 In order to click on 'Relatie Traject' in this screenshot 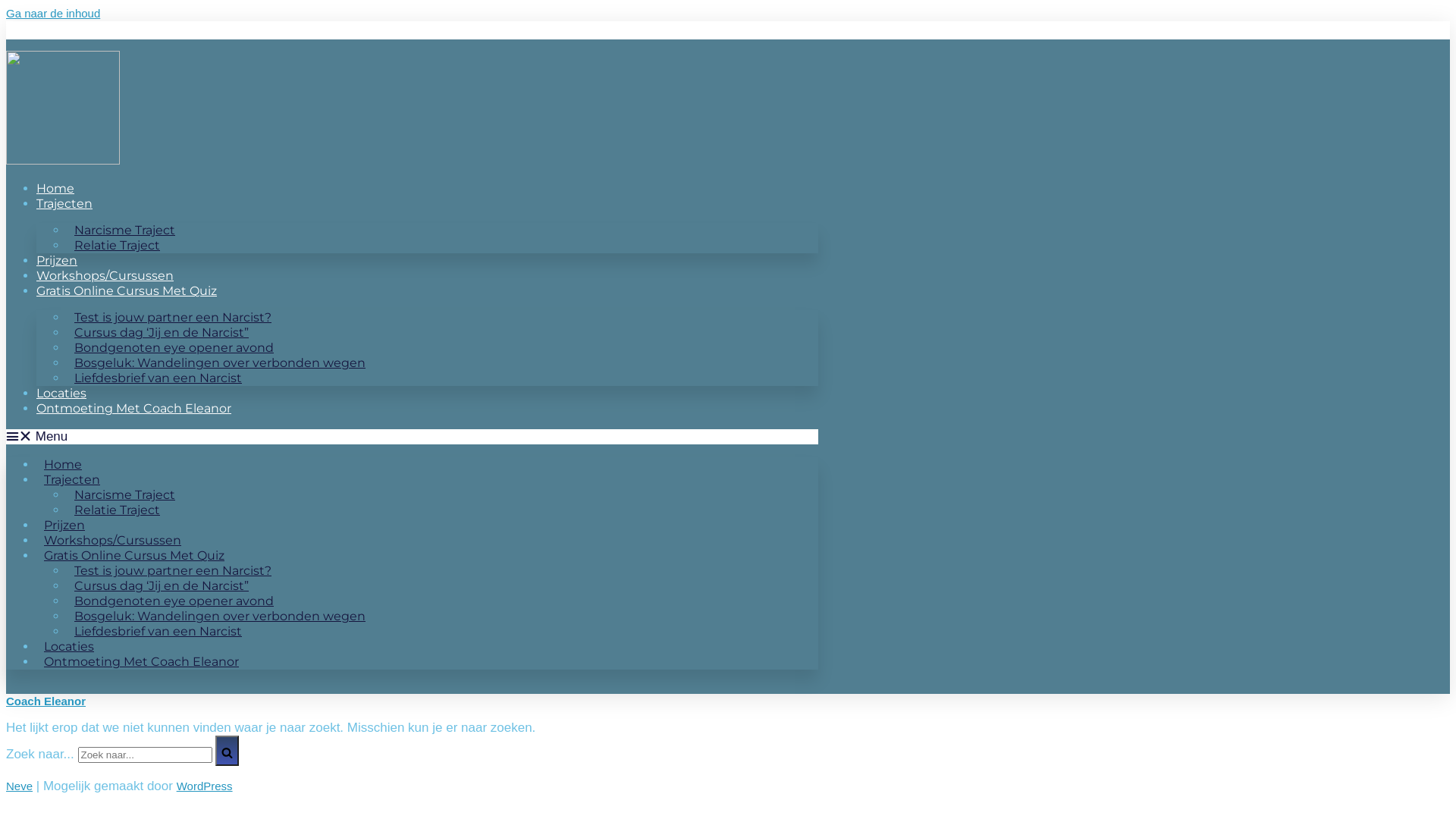, I will do `click(65, 244)`.